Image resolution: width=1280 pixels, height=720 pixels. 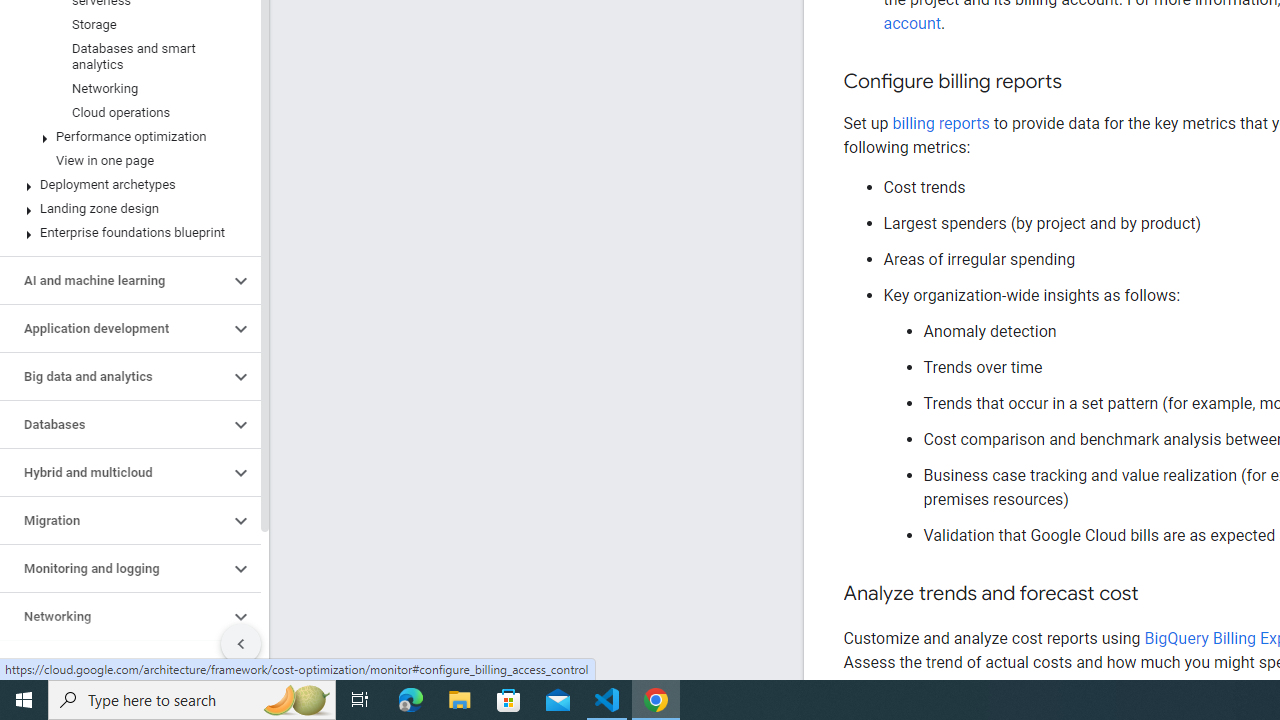 I want to click on 'Application development', so click(x=113, y=328).